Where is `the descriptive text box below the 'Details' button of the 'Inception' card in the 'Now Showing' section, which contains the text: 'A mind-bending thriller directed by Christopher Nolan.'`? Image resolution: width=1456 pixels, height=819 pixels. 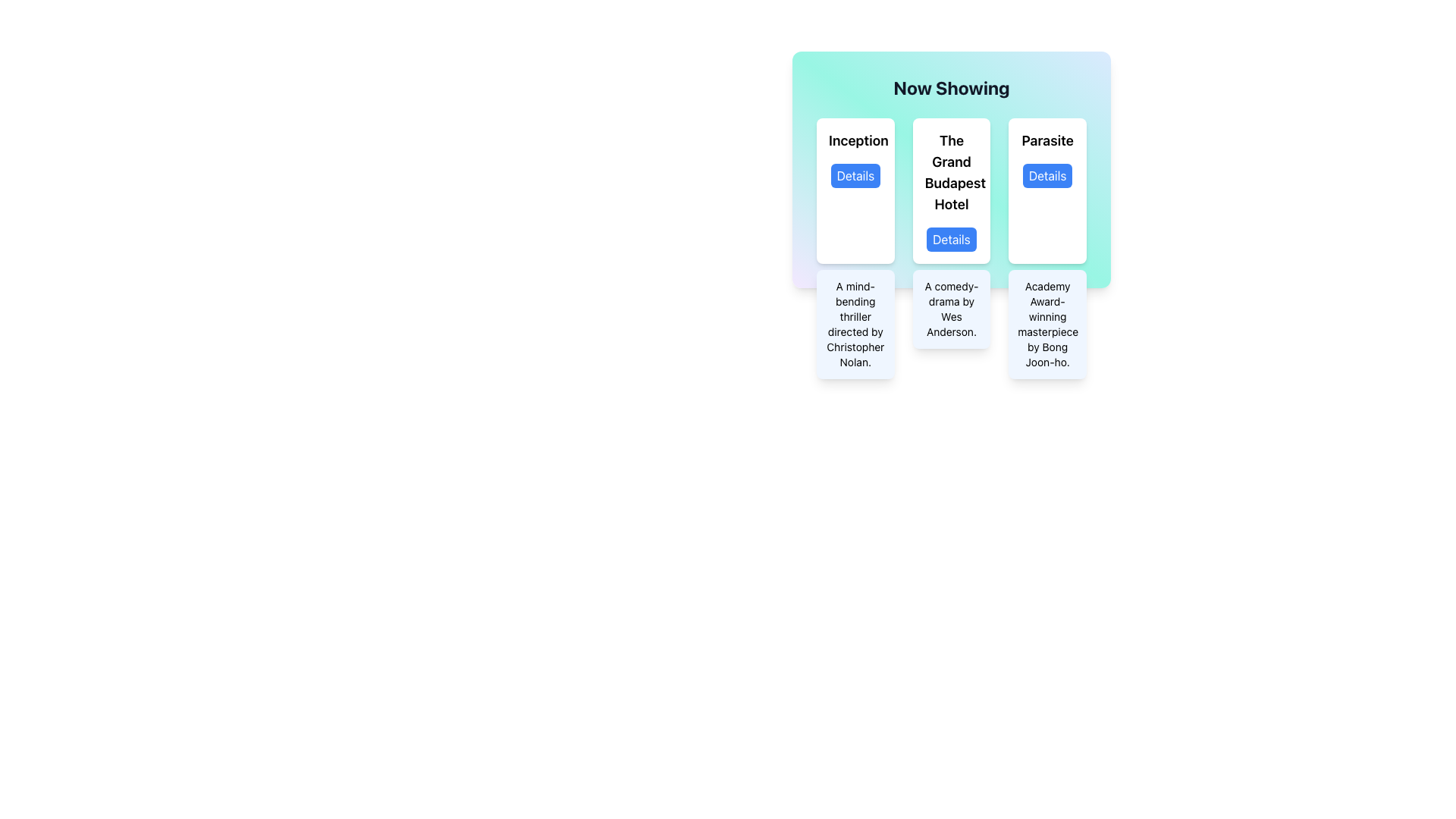 the descriptive text box below the 'Details' button of the 'Inception' card in the 'Now Showing' section, which contains the text: 'A mind-bending thriller directed by Christopher Nolan.' is located at coordinates (855, 324).